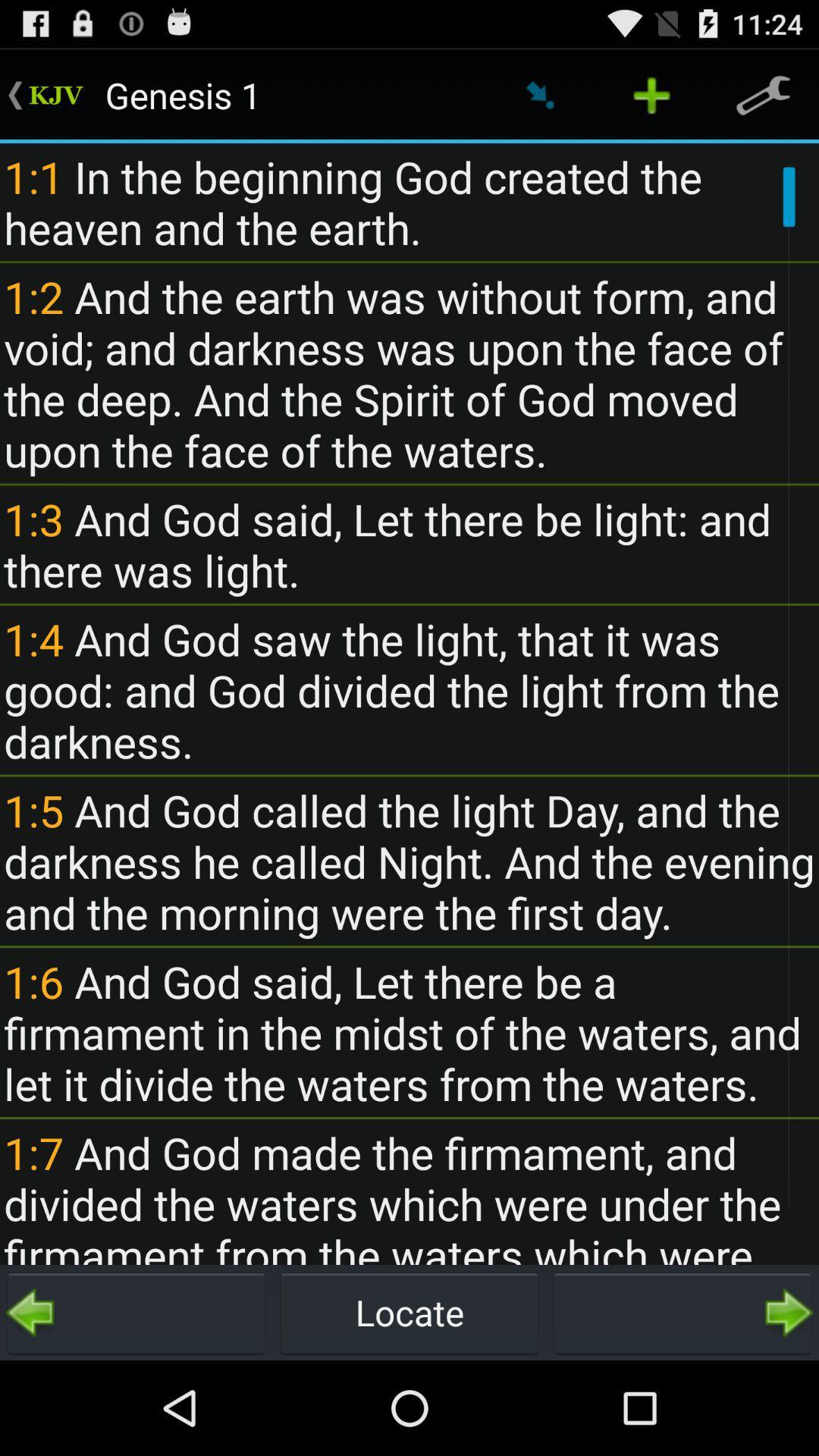 This screenshot has width=819, height=1456. I want to click on the locate option, so click(409, 1312).